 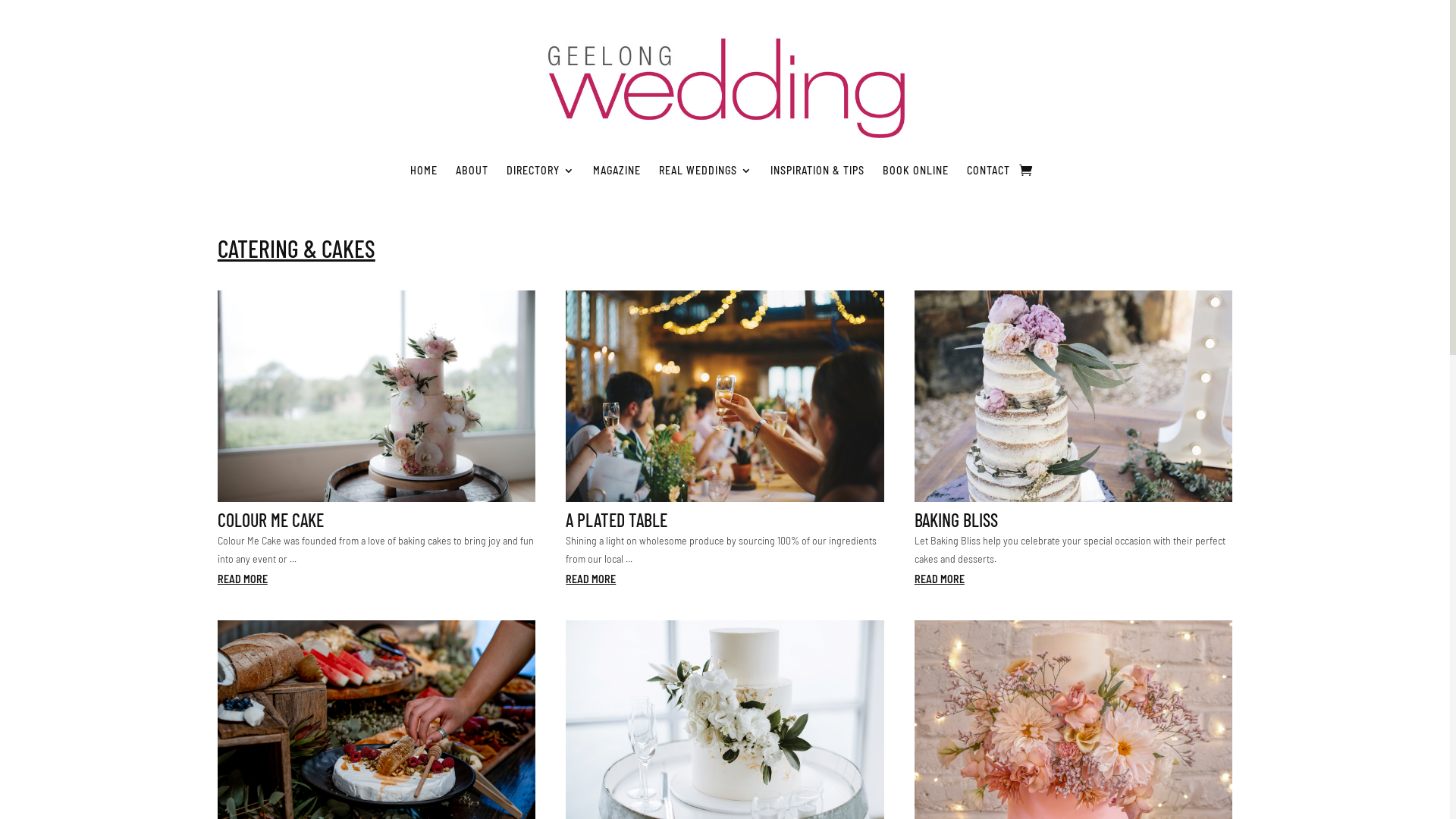 What do you see at coordinates (988, 170) in the screenshot?
I see `'CONTACT'` at bounding box center [988, 170].